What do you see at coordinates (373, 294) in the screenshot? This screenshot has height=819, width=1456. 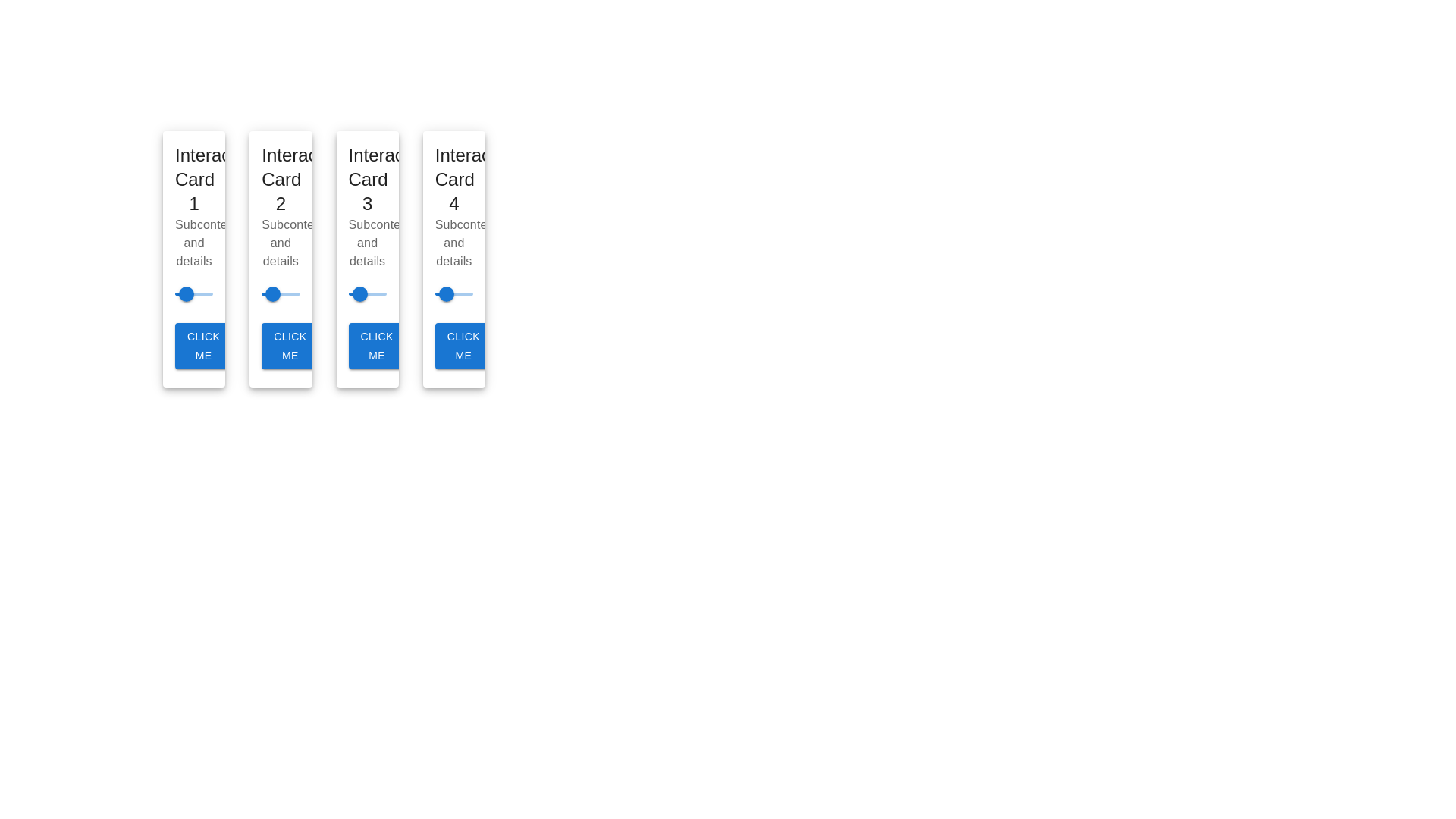 I see `the slider's value` at bounding box center [373, 294].